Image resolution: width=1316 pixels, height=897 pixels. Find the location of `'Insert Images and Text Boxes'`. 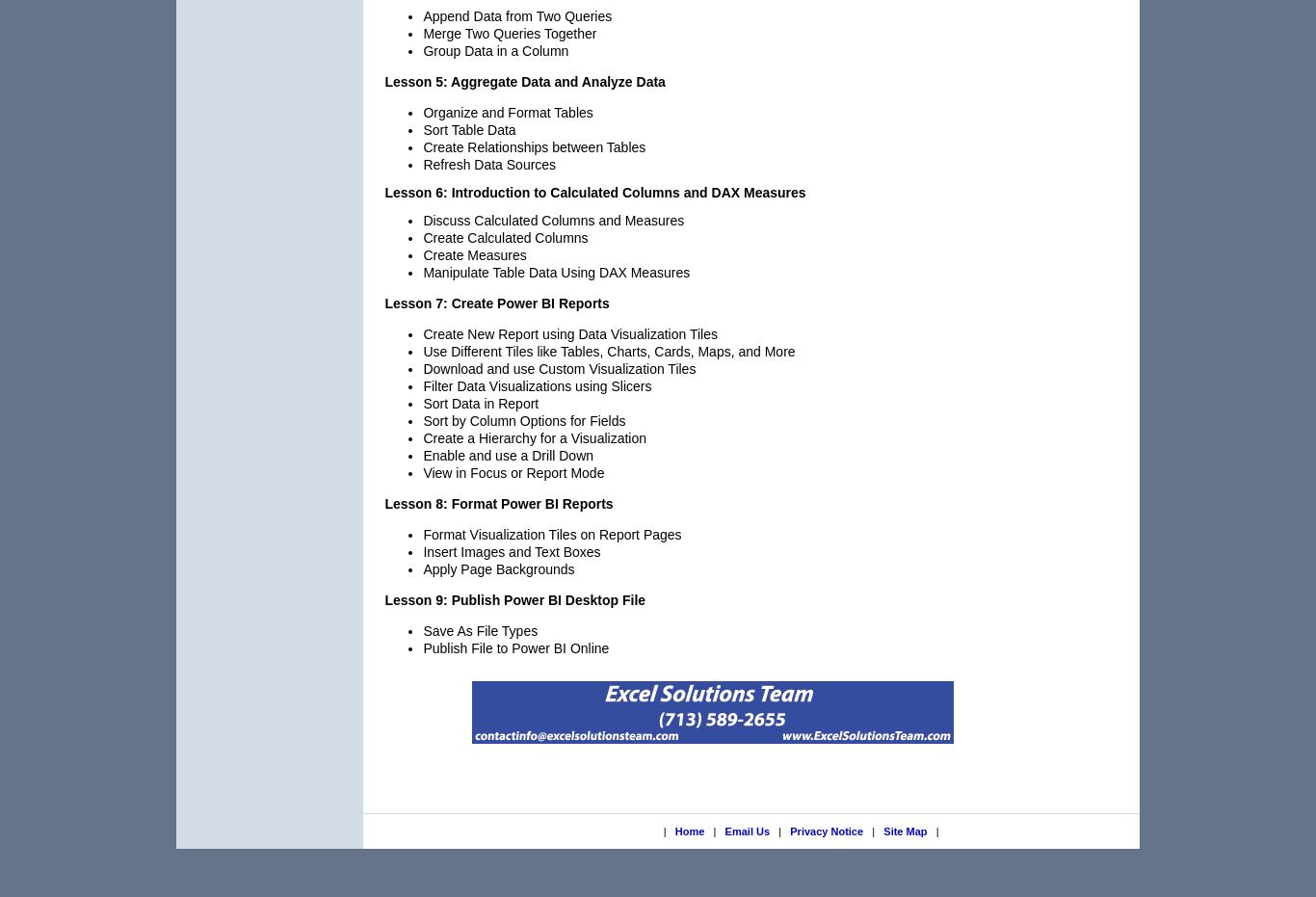

'Insert Images and Text Boxes' is located at coordinates (511, 551).